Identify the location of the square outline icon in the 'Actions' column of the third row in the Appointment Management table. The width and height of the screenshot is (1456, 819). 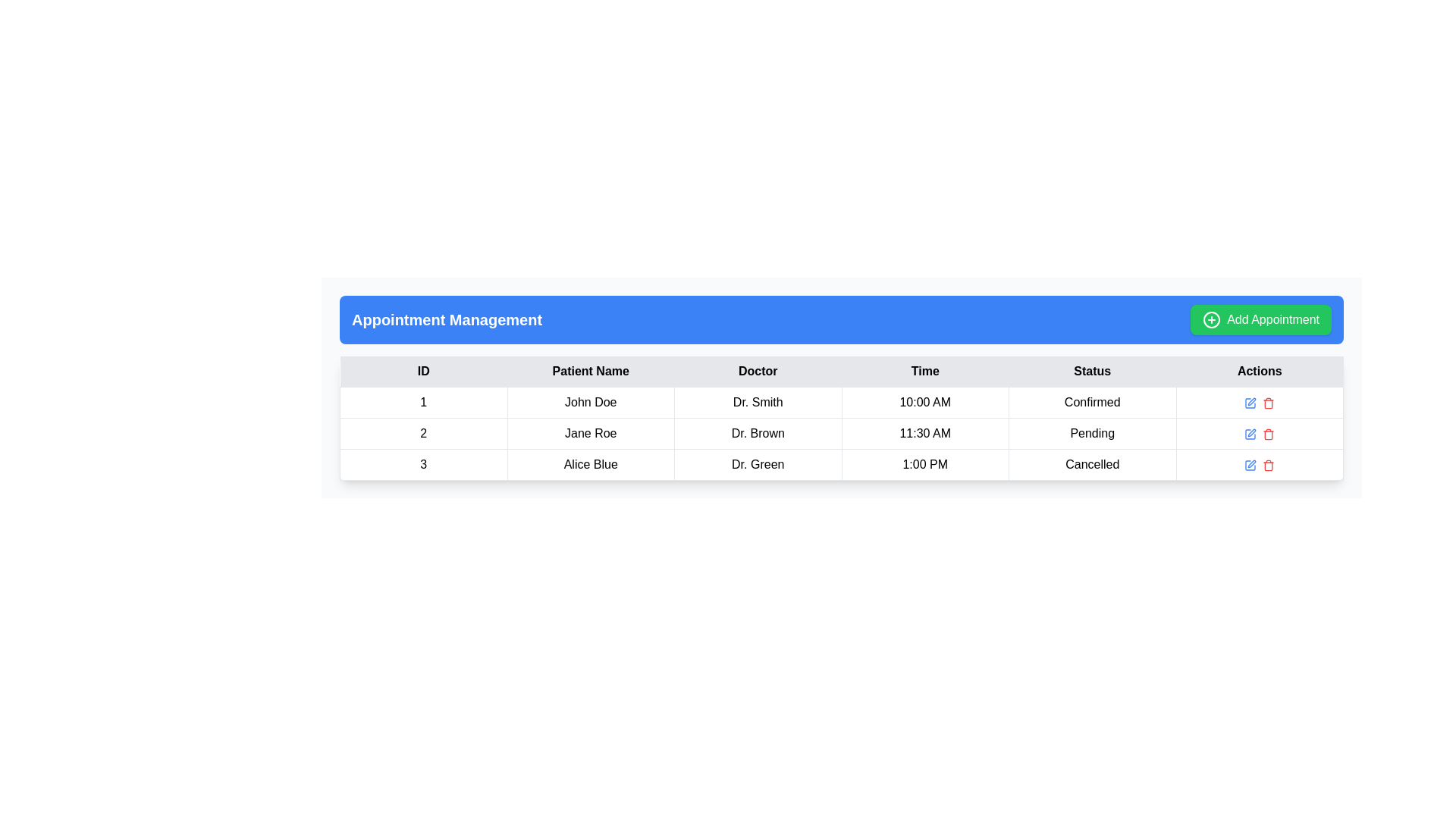
(1250, 402).